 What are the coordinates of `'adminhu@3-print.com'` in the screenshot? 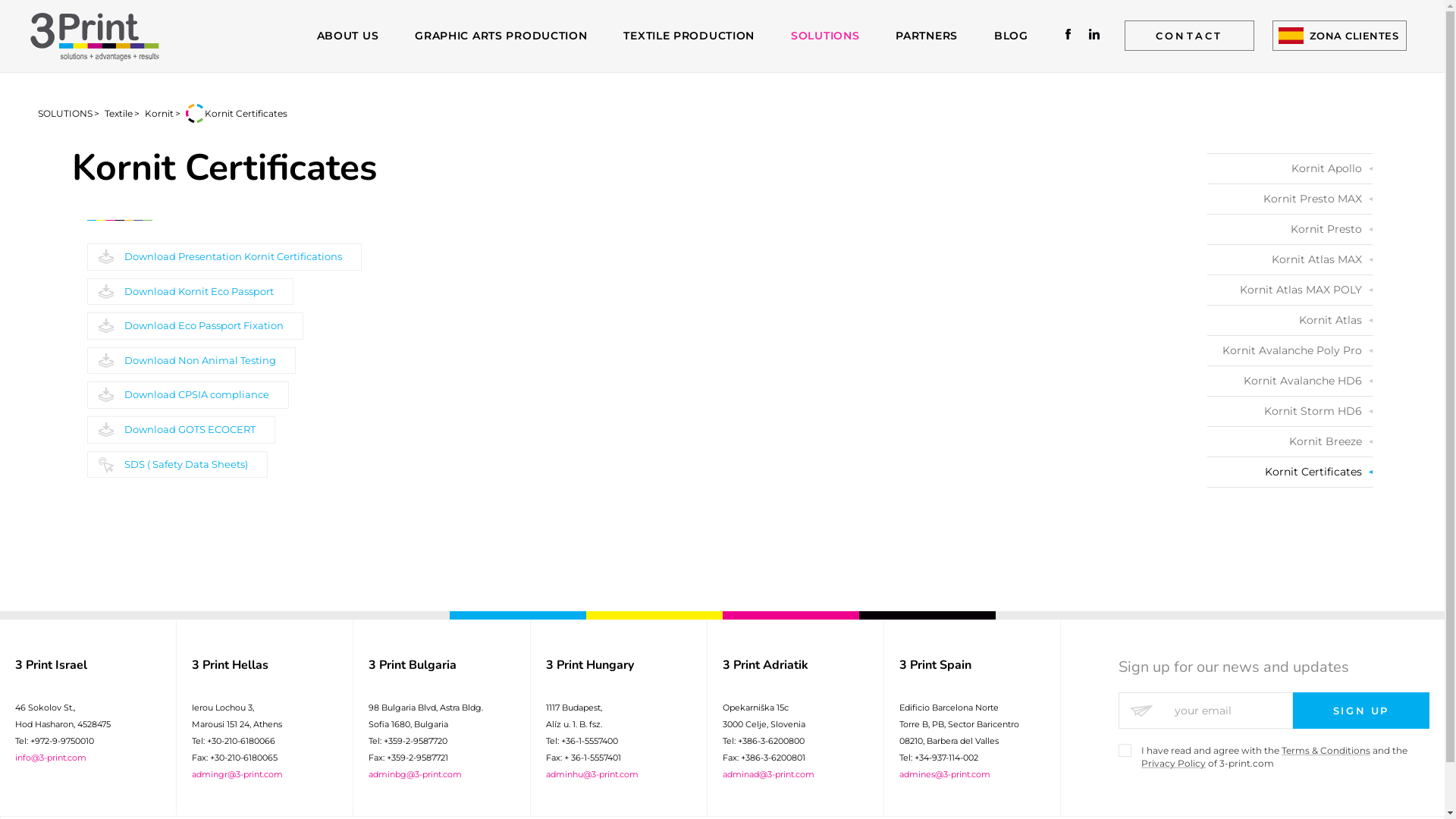 It's located at (591, 774).